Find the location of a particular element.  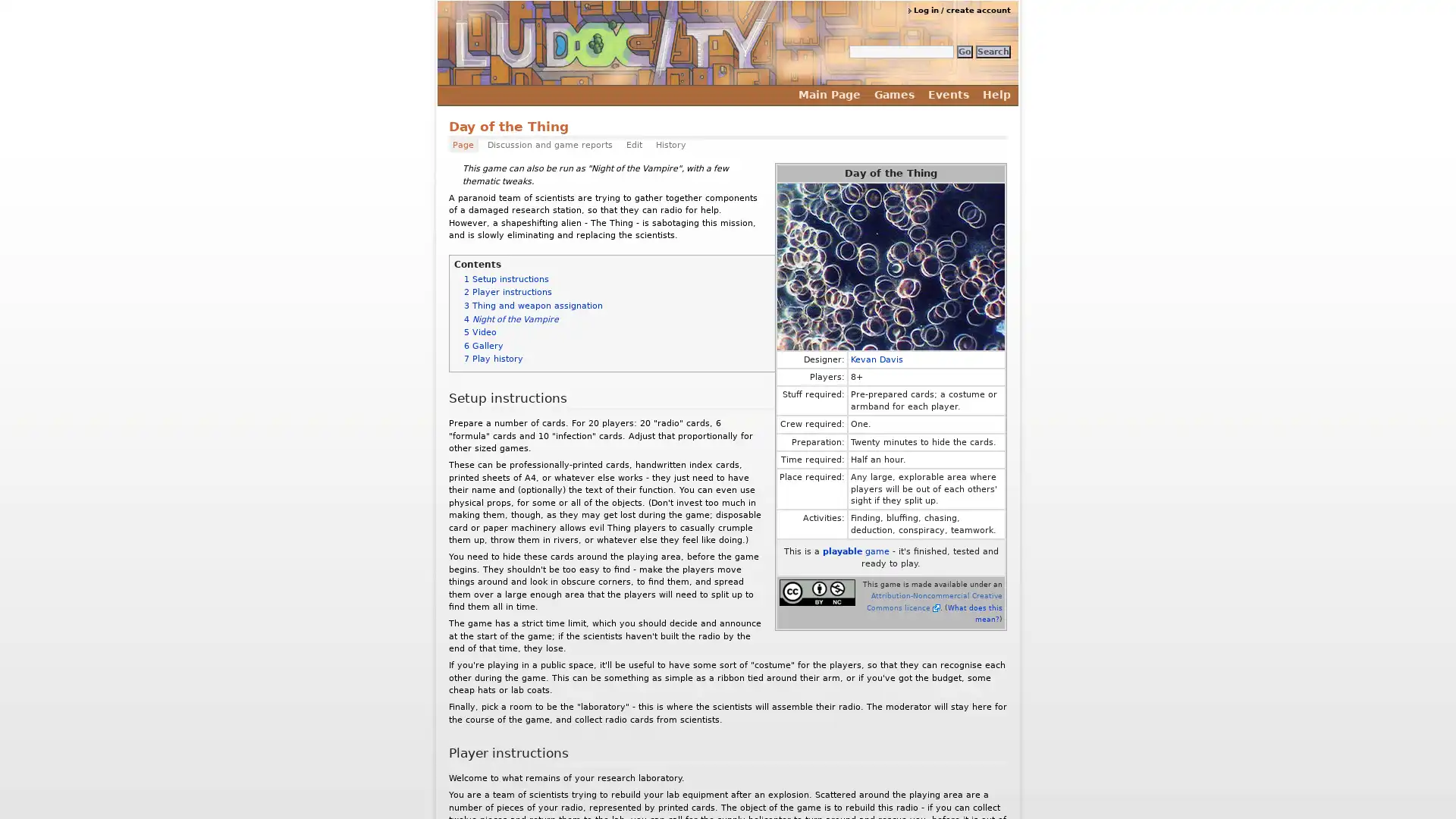

Go is located at coordinates (964, 51).